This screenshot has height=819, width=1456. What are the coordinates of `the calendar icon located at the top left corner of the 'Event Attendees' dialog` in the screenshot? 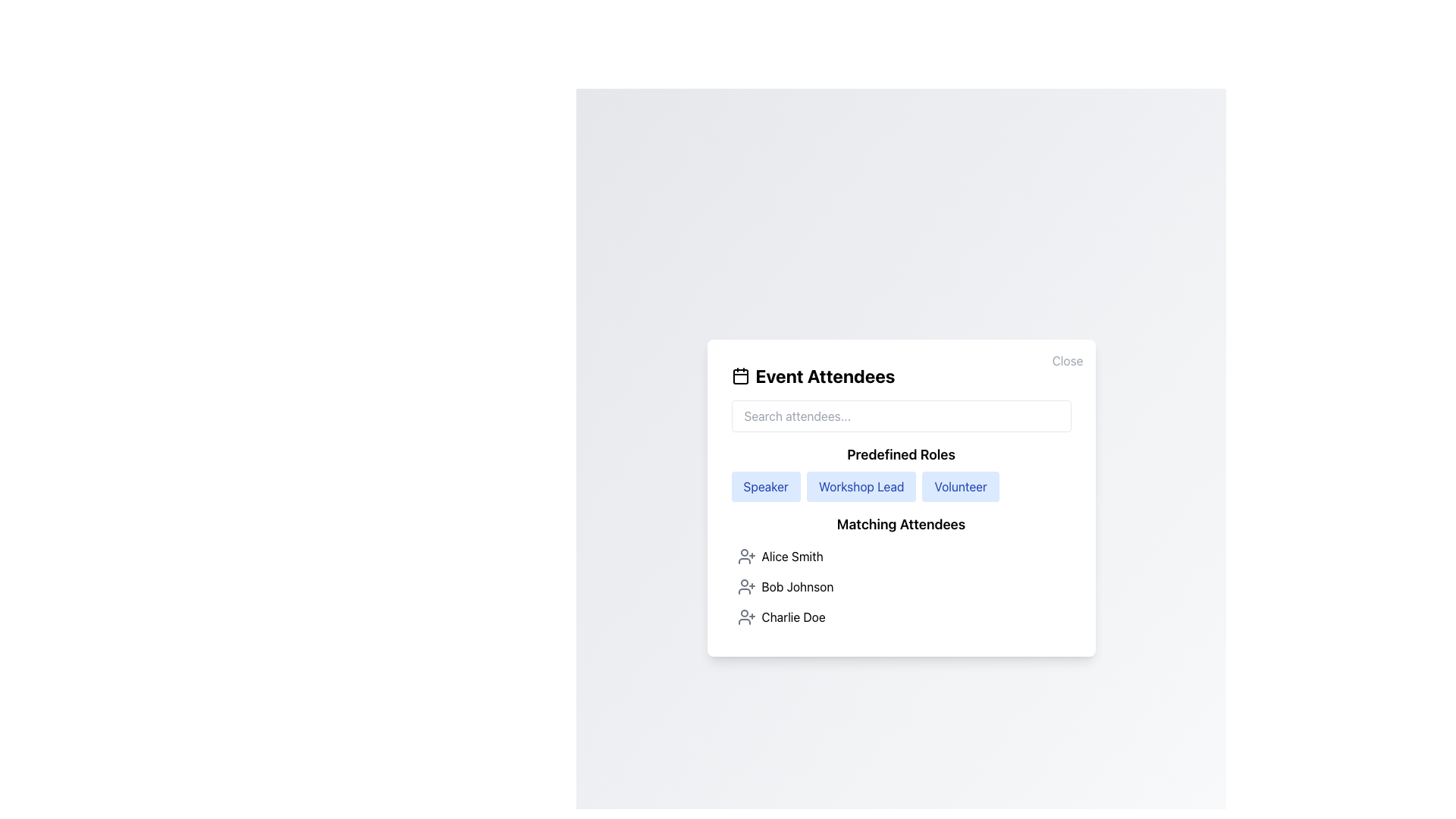 It's located at (740, 376).